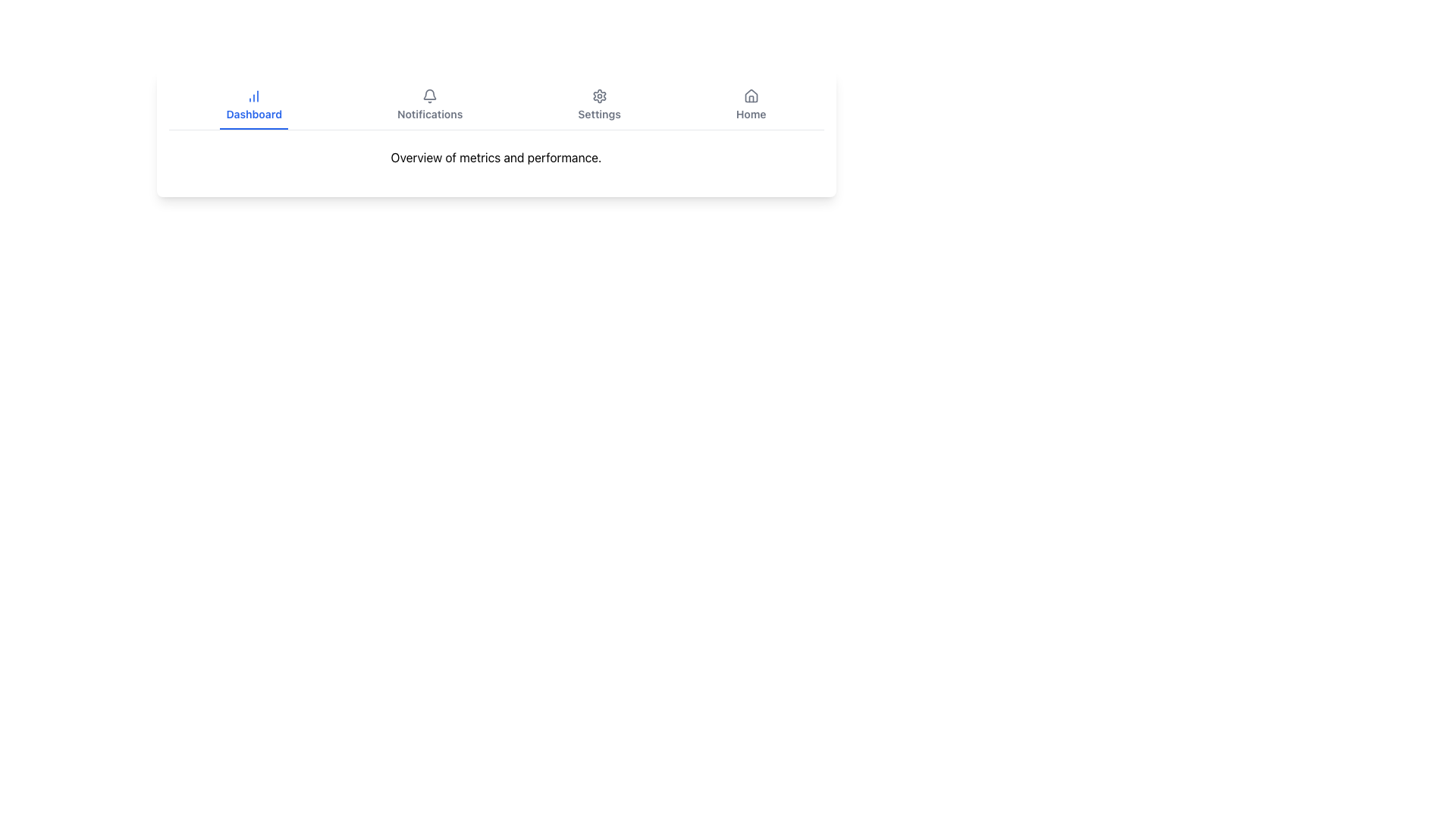  I want to click on the 'Notifications' button, which features a bell icon and is located in the middle of the navigation row, so click(429, 105).